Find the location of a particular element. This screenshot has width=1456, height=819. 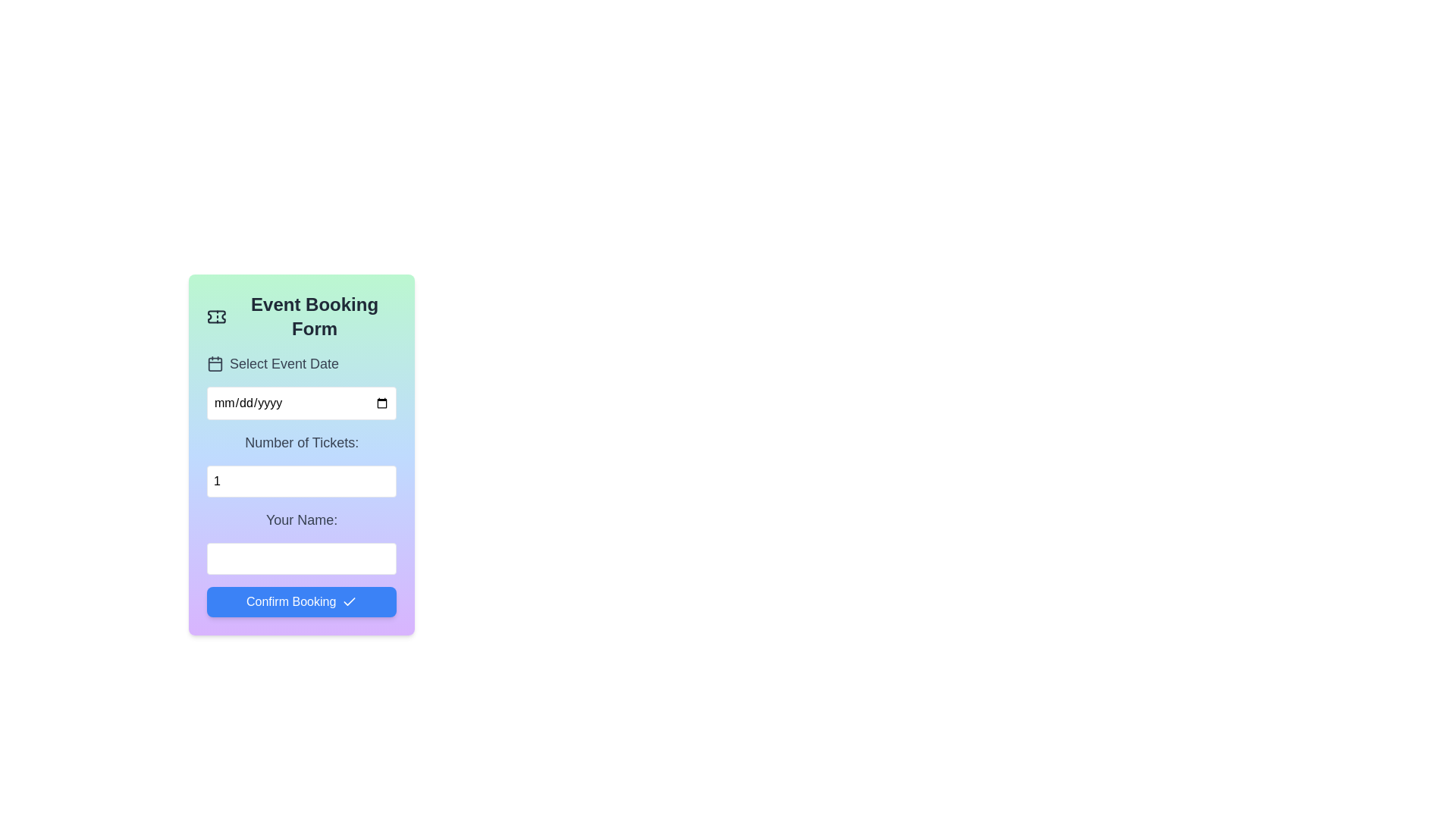

the calendar icon, which is a minimalistic gray square with a double line at the top, located to the left of the 'Select Event Date' text in the 'Event Booking Form' section is located at coordinates (214, 363).